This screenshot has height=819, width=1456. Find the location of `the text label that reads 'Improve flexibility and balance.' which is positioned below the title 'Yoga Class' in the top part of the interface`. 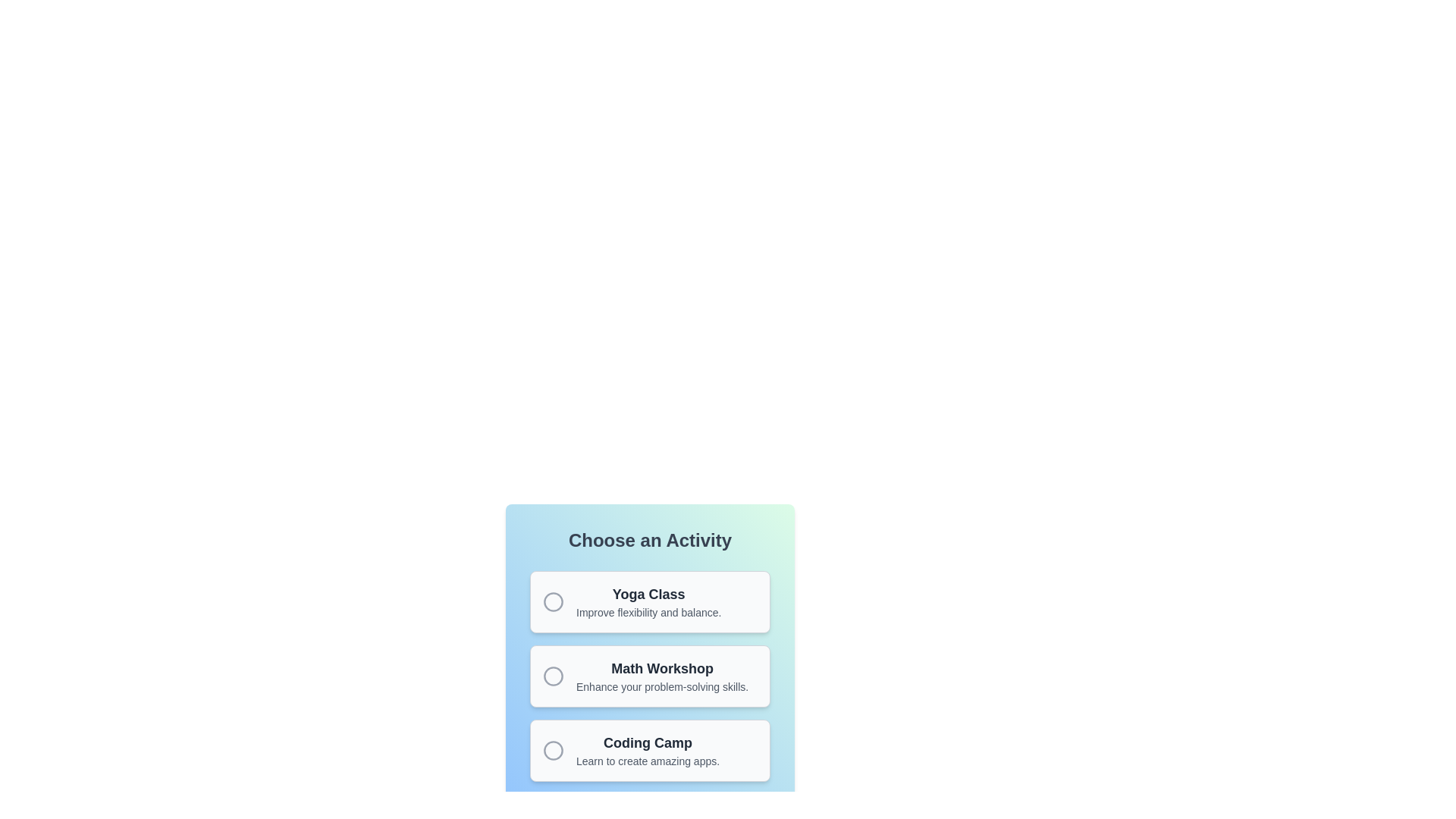

the text label that reads 'Improve flexibility and balance.' which is positioned below the title 'Yoga Class' in the top part of the interface is located at coordinates (648, 611).